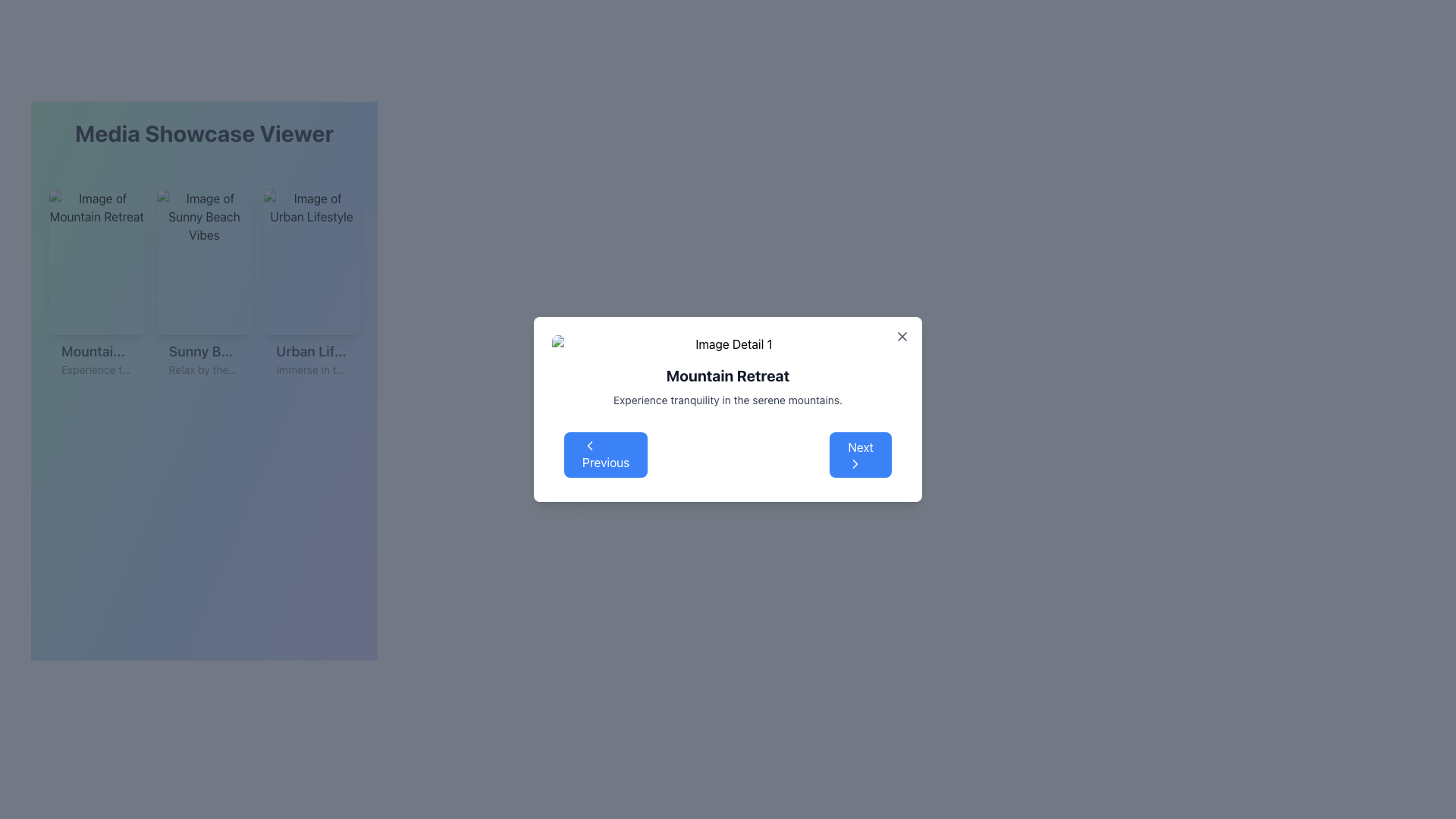 The width and height of the screenshot is (1456, 819). Describe the element at coordinates (588, 444) in the screenshot. I see `the graphical indicator icon inside the 'Previous' button that suggests navigation towards previous content` at that location.